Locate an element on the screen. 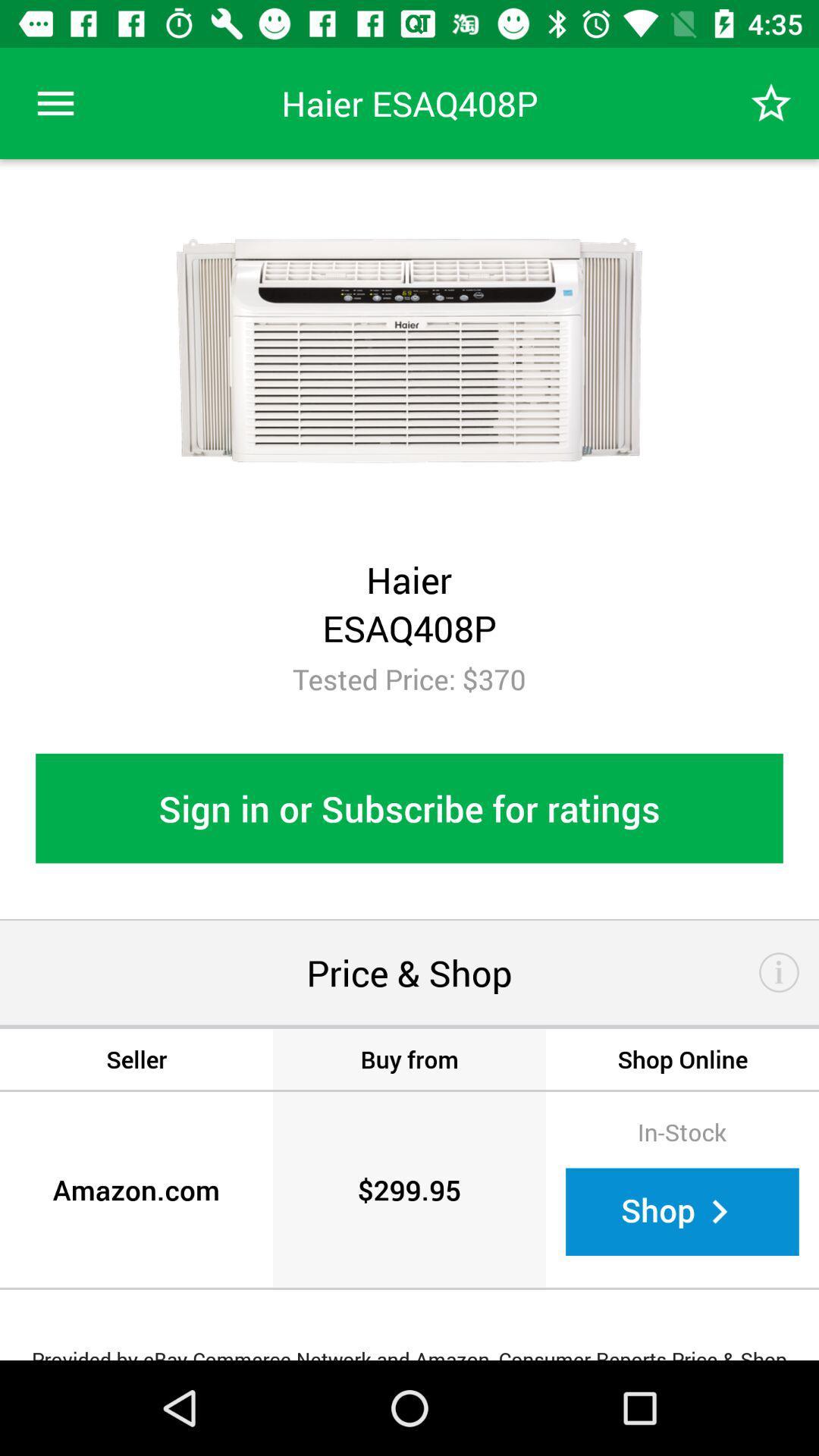 Image resolution: width=819 pixels, height=1456 pixels. icon at the top left corner is located at coordinates (55, 102).